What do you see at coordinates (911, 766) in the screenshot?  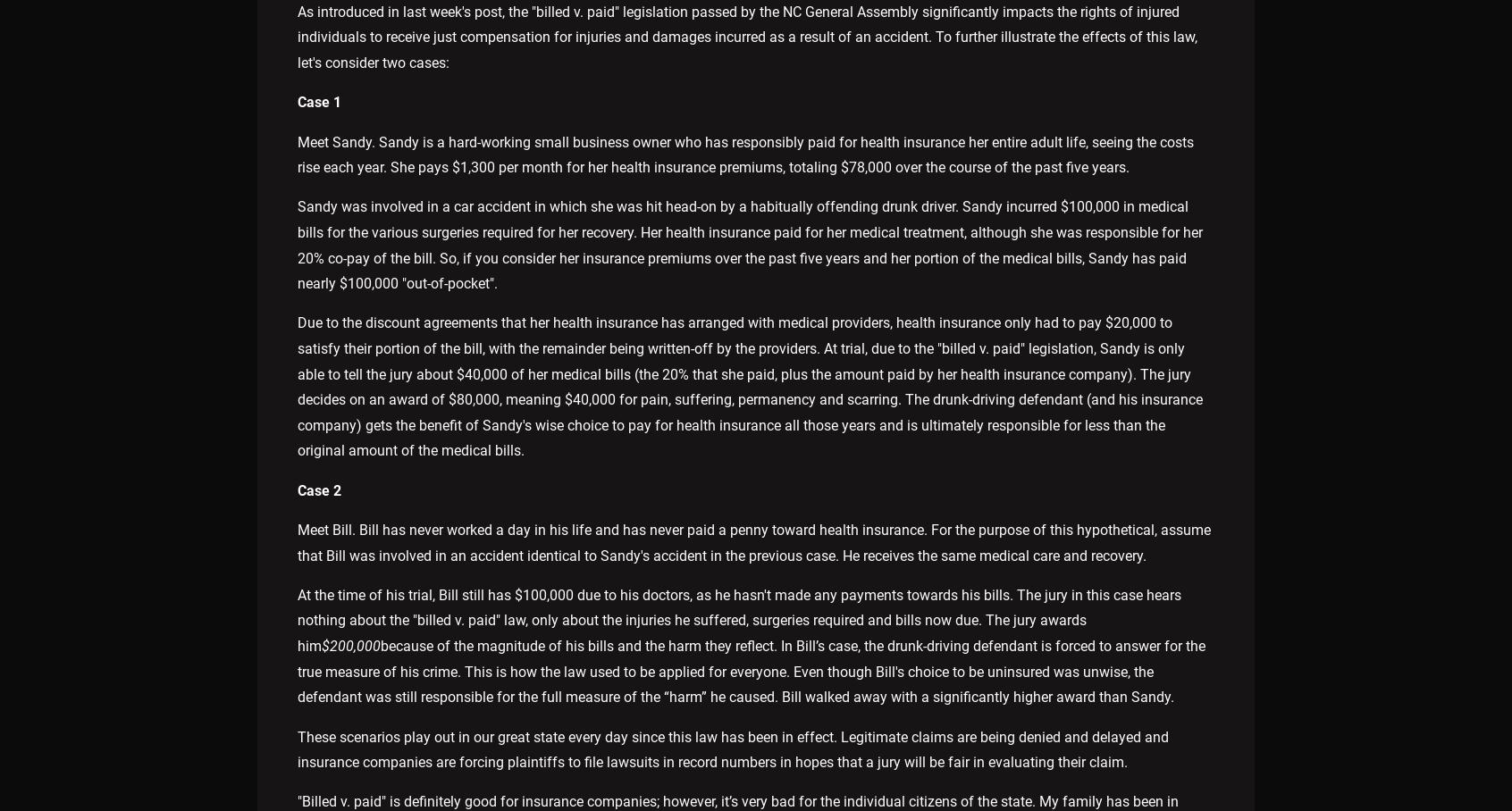 I see `'Privacy Policy'` at bounding box center [911, 766].